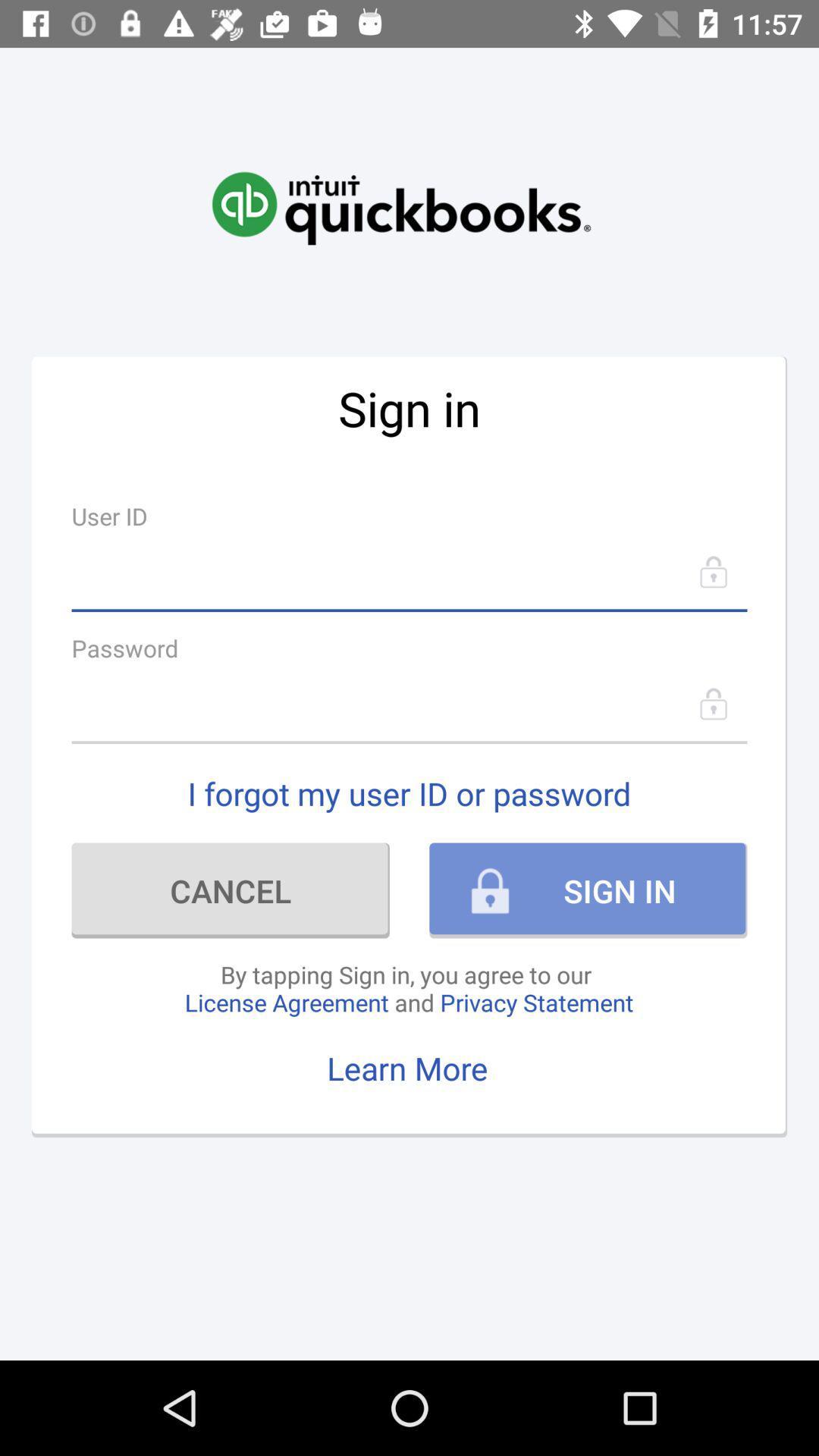 This screenshot has height=1456, width=819. Describe the element at coordinates (409, 703) in the screenshot. I see `the item above i forgot my item` at that location.